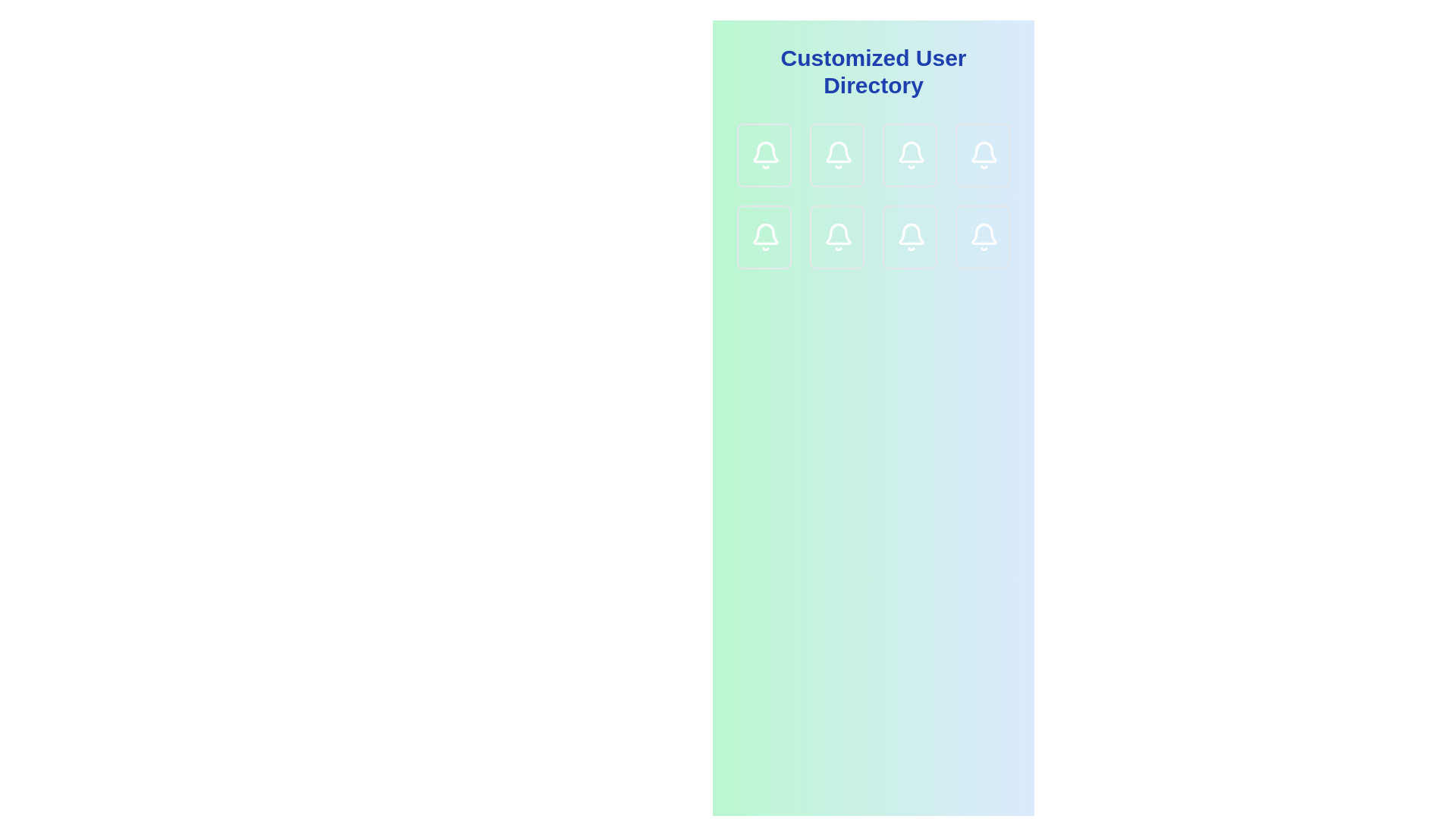 The image size is (1456, 819). Describe the element at coordinates (910, 152) in the screenshot. I see `the notification bell icon located in the second row and third column of a 3x3 grid arrangement of icons` at that location.